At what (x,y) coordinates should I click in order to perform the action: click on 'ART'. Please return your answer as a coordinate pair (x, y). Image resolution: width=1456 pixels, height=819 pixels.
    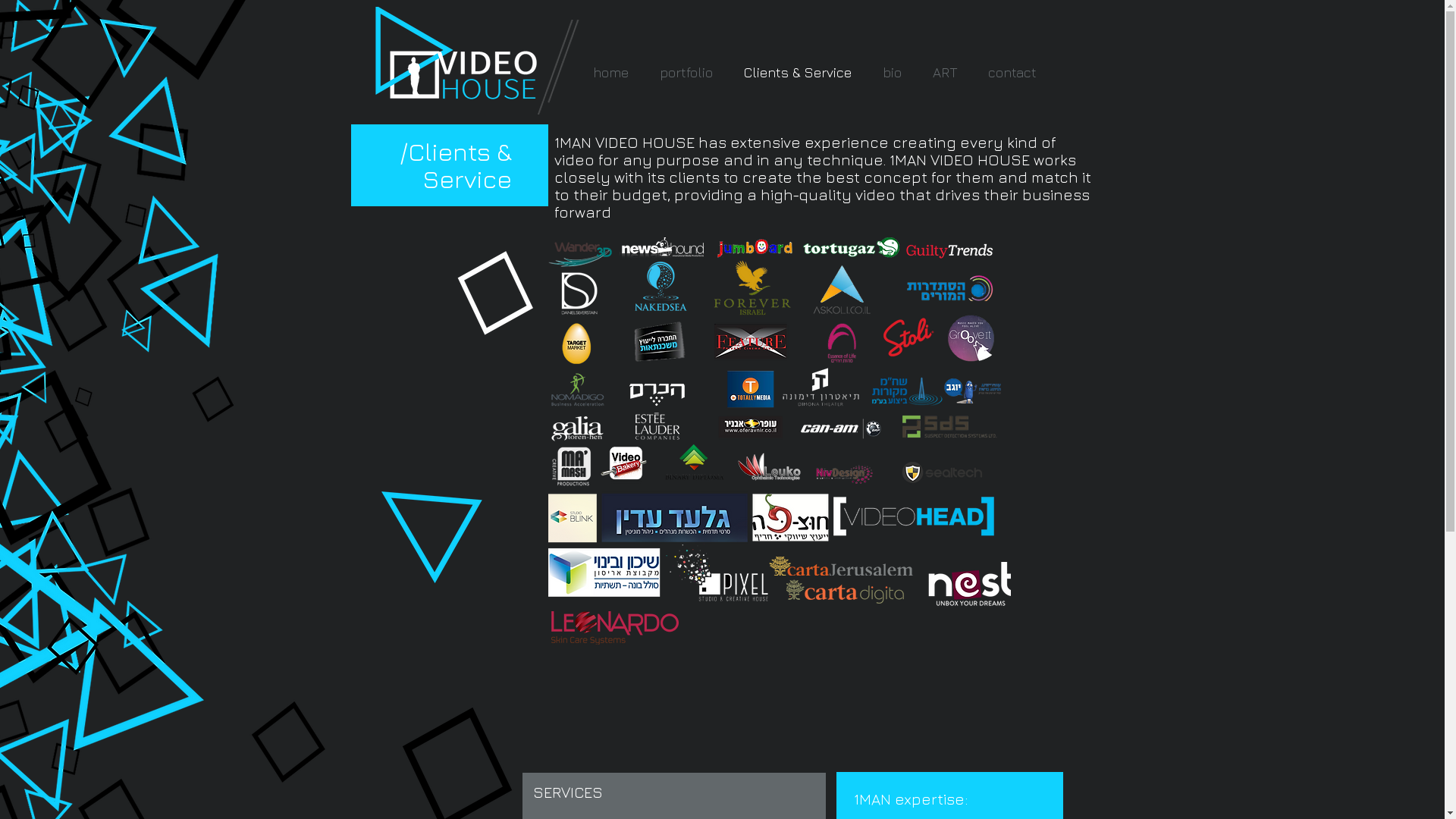
    Looking at the image, I should click on (944, 72).